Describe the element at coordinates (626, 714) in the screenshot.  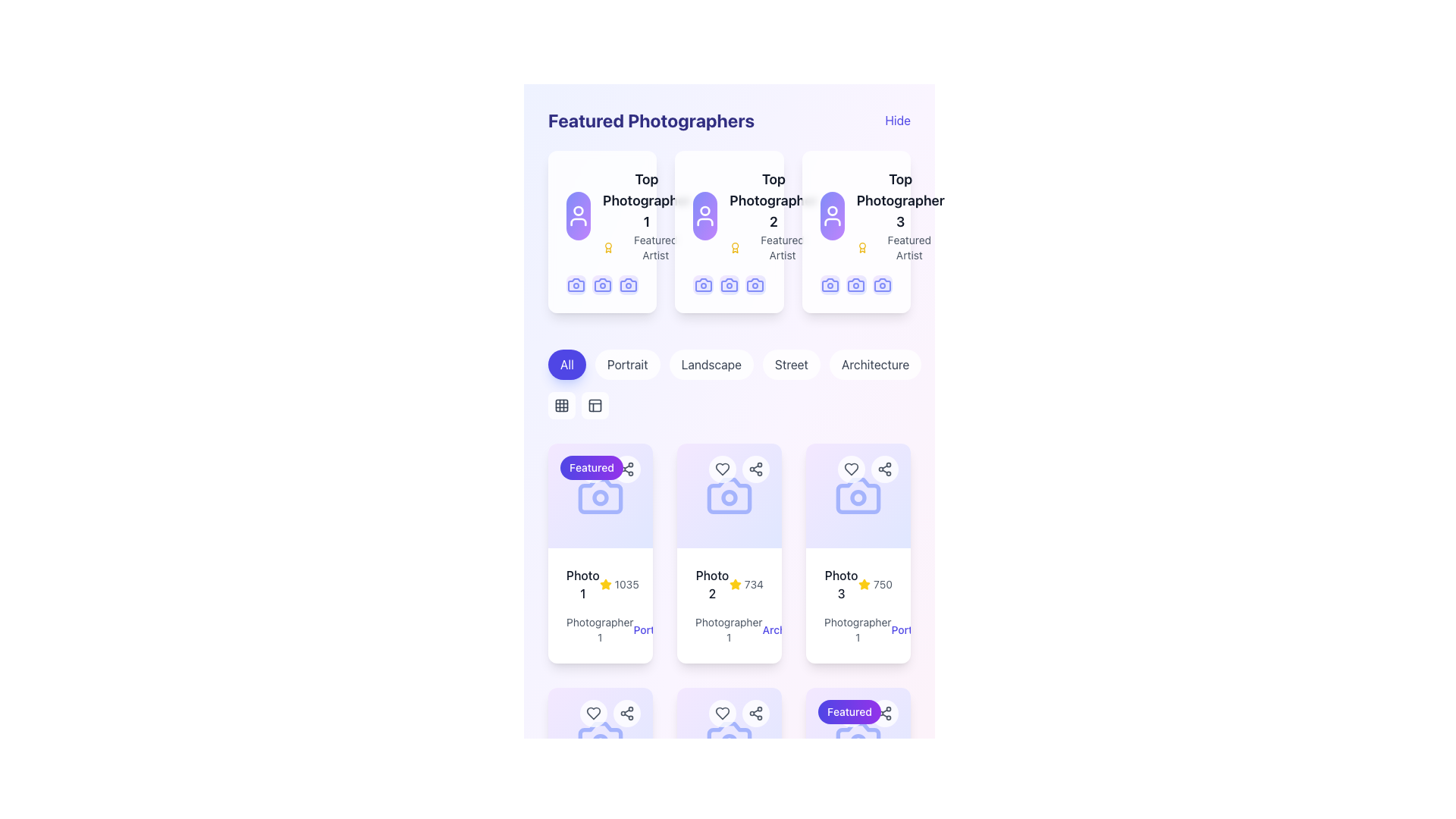
I see `the Share icon located at the top-right corner of the entry labeled 'Photo 2'` at that location.